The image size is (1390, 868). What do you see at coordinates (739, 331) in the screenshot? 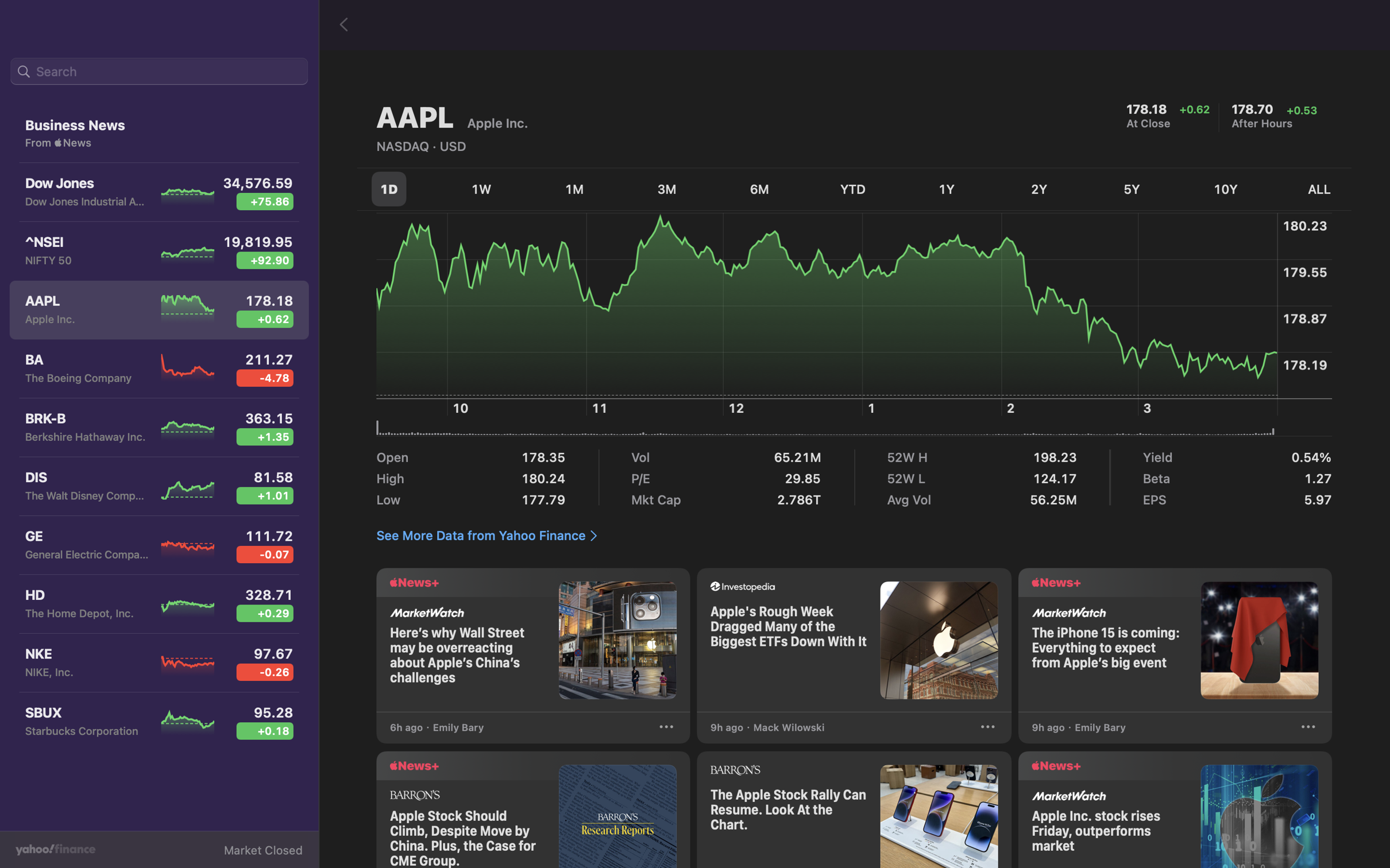
I see `See the stock variation at midday` at bounding box center [739, 331].